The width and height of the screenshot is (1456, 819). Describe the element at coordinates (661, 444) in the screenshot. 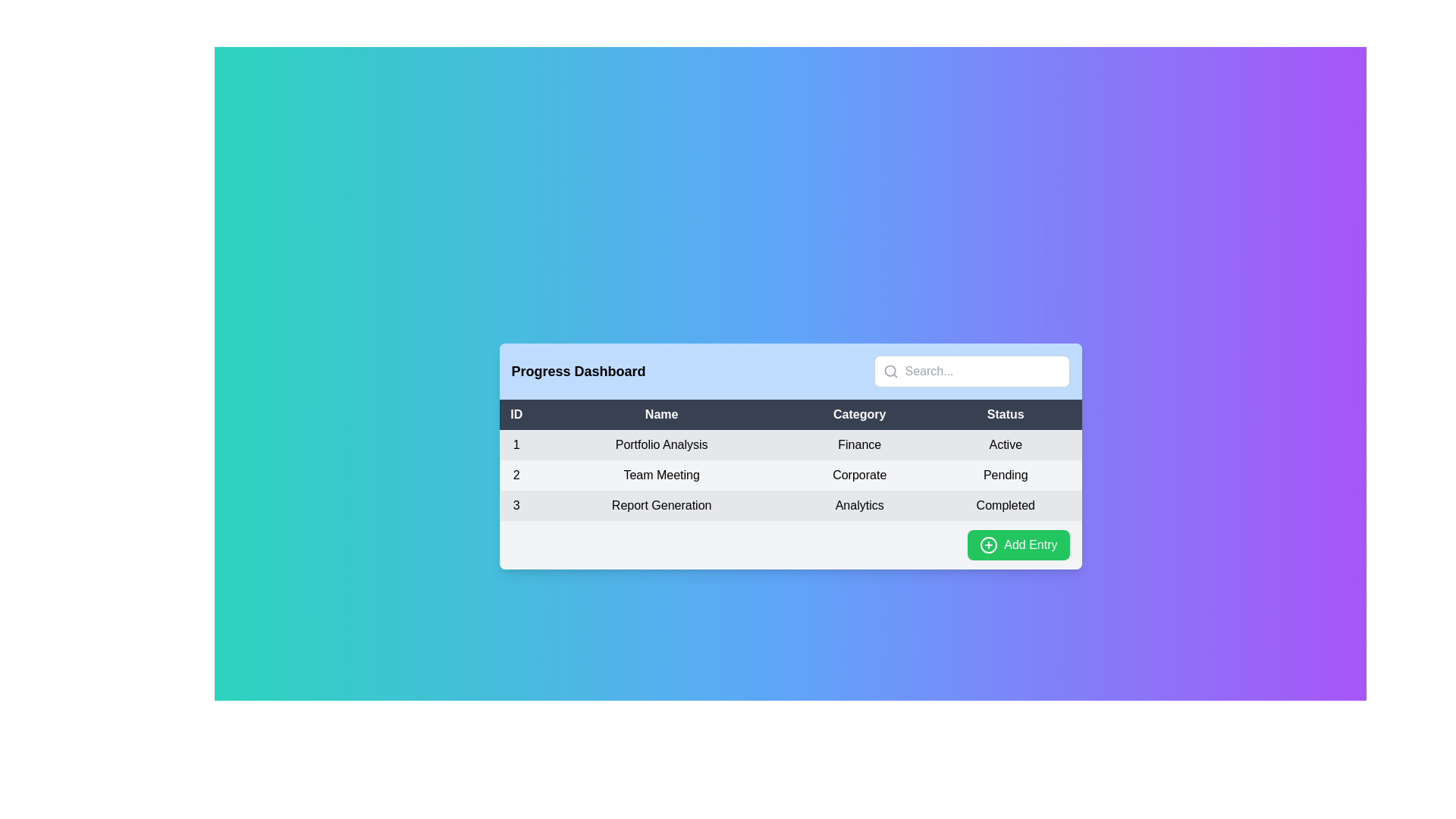

I see `the text label that reads 'Portfolio Analysis' in the second column of the first row of the table` at that location.